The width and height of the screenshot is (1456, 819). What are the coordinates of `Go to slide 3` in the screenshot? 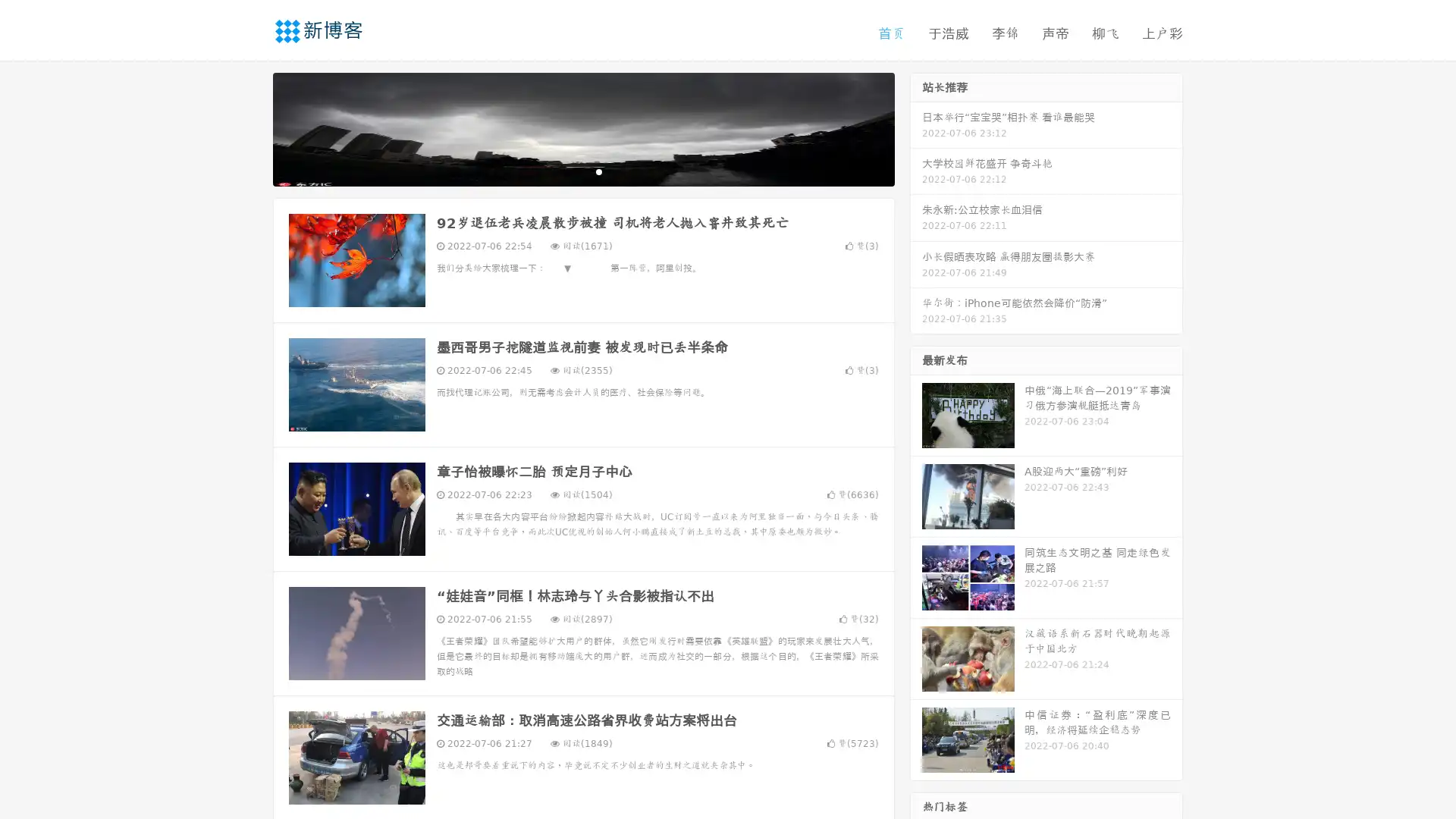 It's located at (598, 171).